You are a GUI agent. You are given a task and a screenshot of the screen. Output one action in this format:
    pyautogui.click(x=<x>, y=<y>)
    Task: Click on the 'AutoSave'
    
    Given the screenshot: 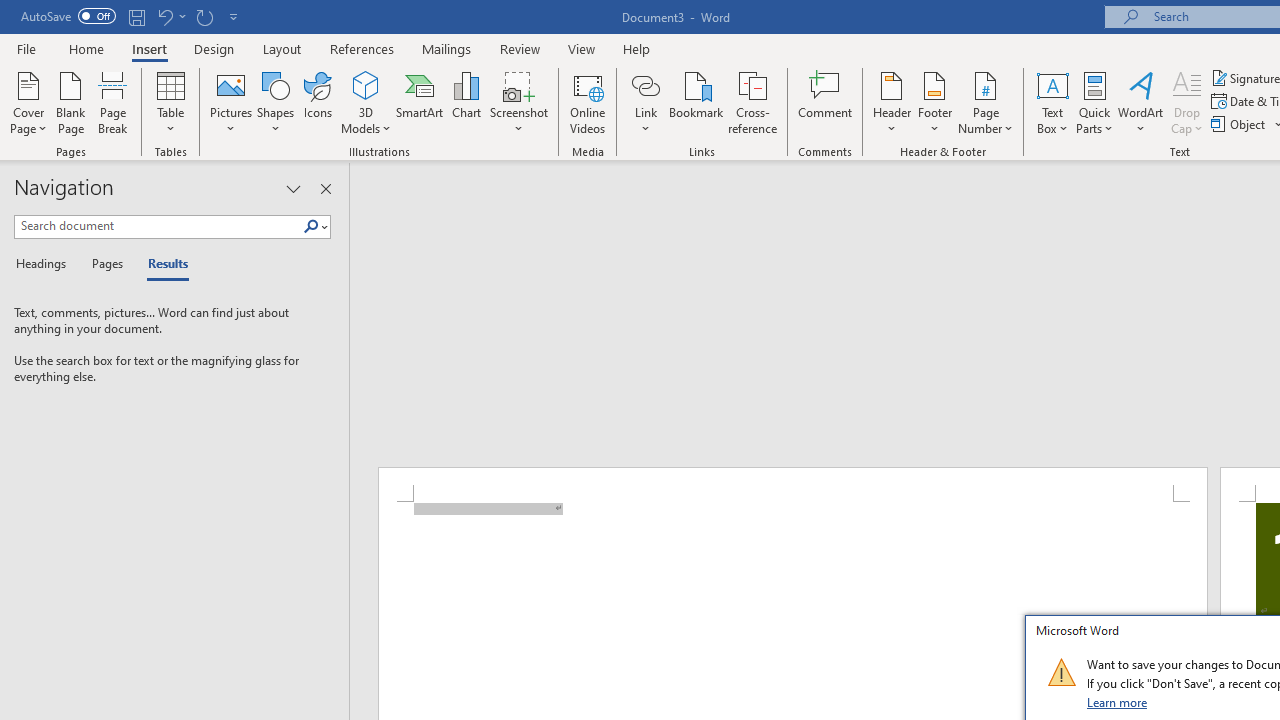 What is the action you would take?
    pyautogui.click(x=68, y=16)
    